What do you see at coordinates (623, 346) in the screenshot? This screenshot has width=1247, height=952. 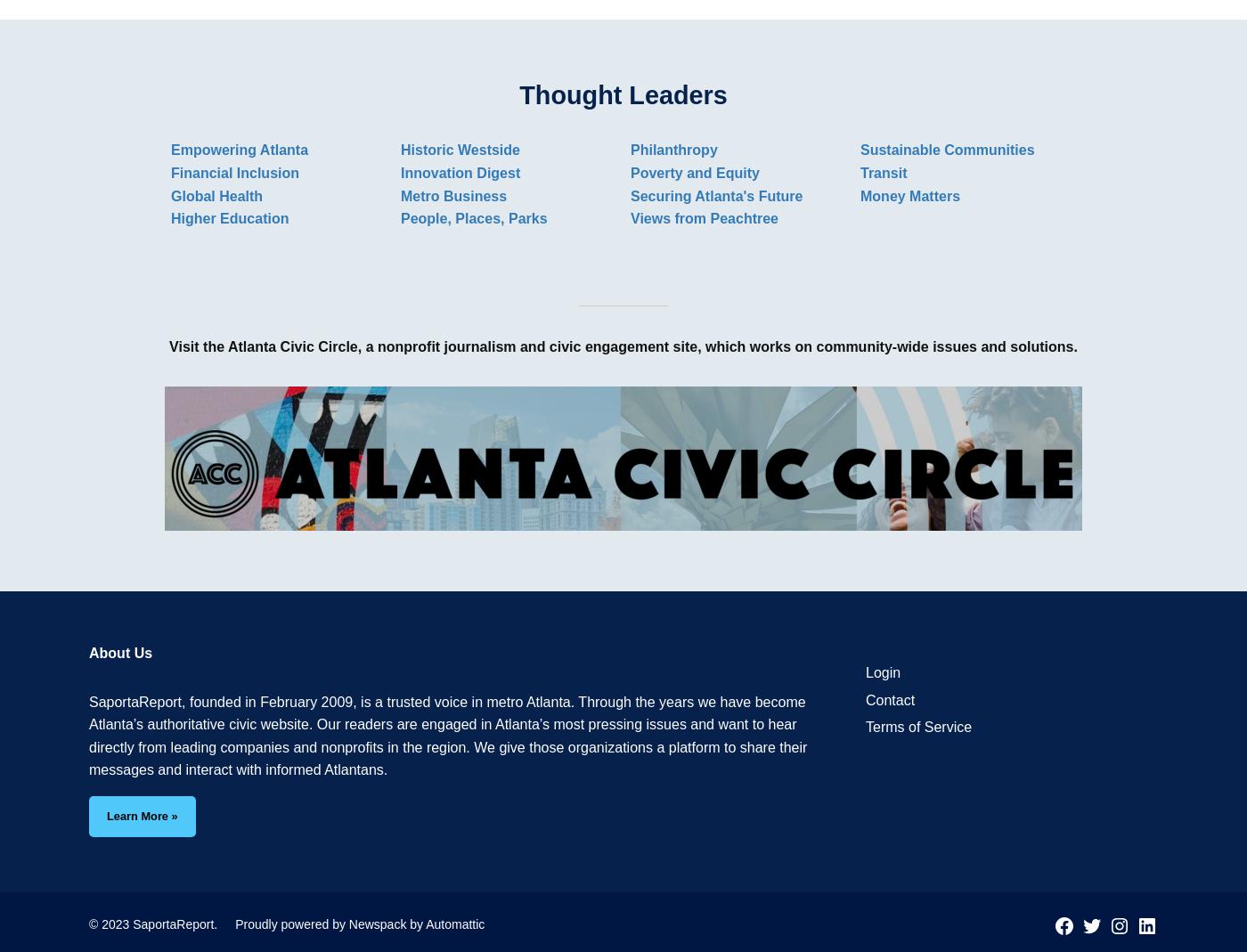 I see `'Visit the Atlanta Civic Circle, a nonprofit journalism and civic engagement site, which works on community-wide issues and solutions.'` at bounding box center [623, 346].